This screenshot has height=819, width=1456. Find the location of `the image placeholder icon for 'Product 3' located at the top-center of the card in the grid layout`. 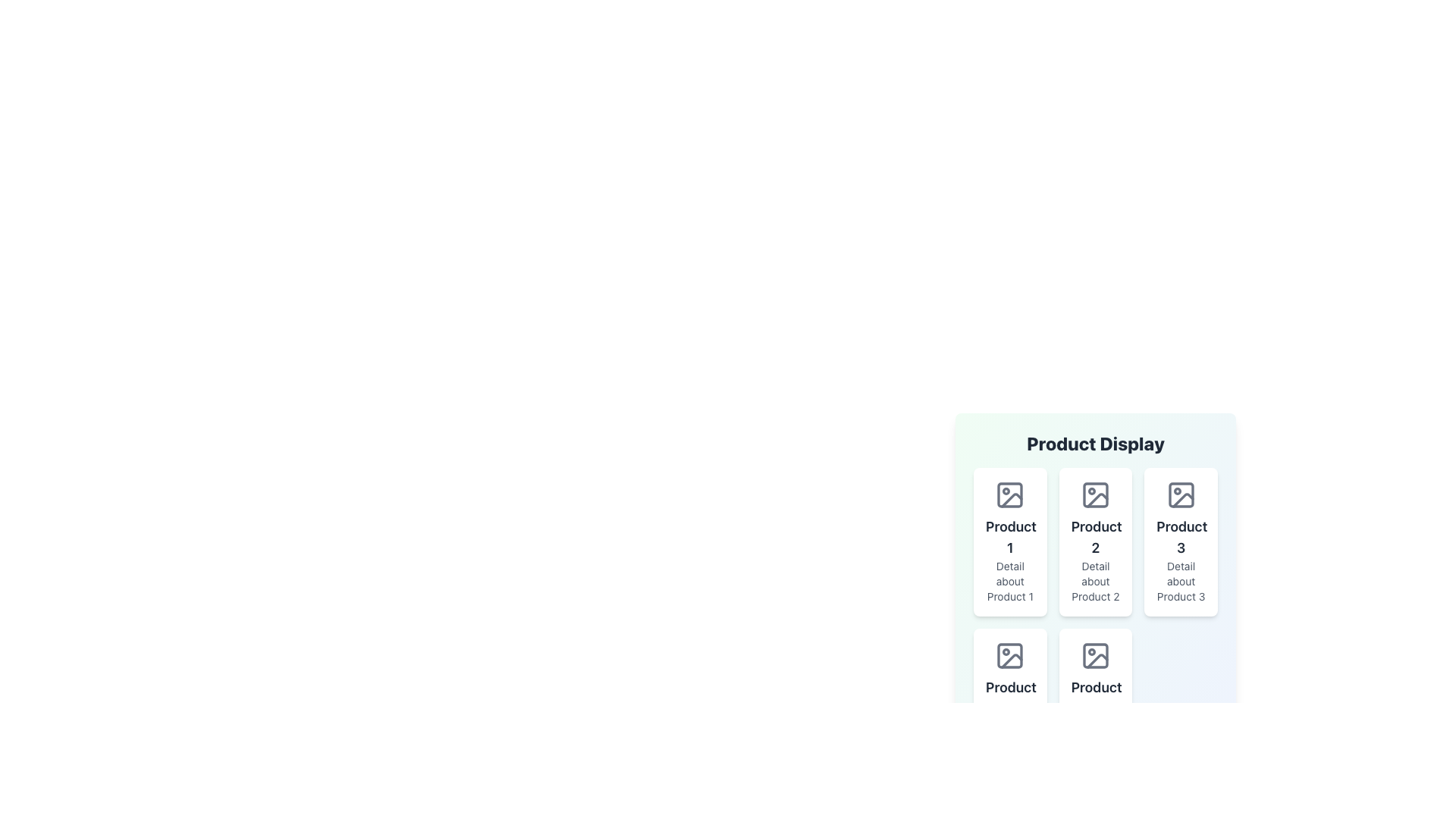

the image placeholder icon for 'Product 3' located at the top-center of the card in the grid layout is located at coordinates (1180, 494).